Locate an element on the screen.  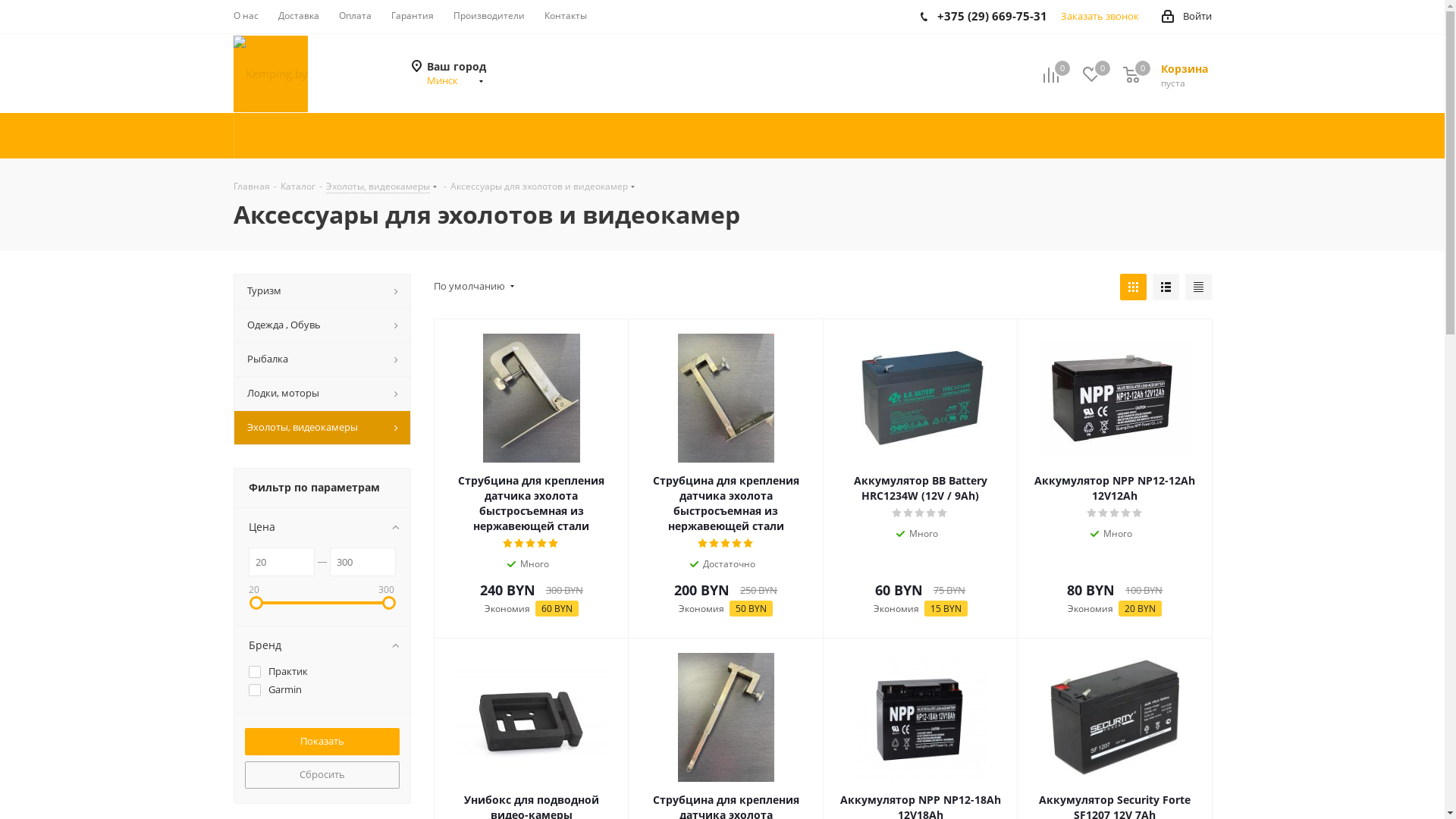
'Kemping.by' is located at coordinates (270, 73).